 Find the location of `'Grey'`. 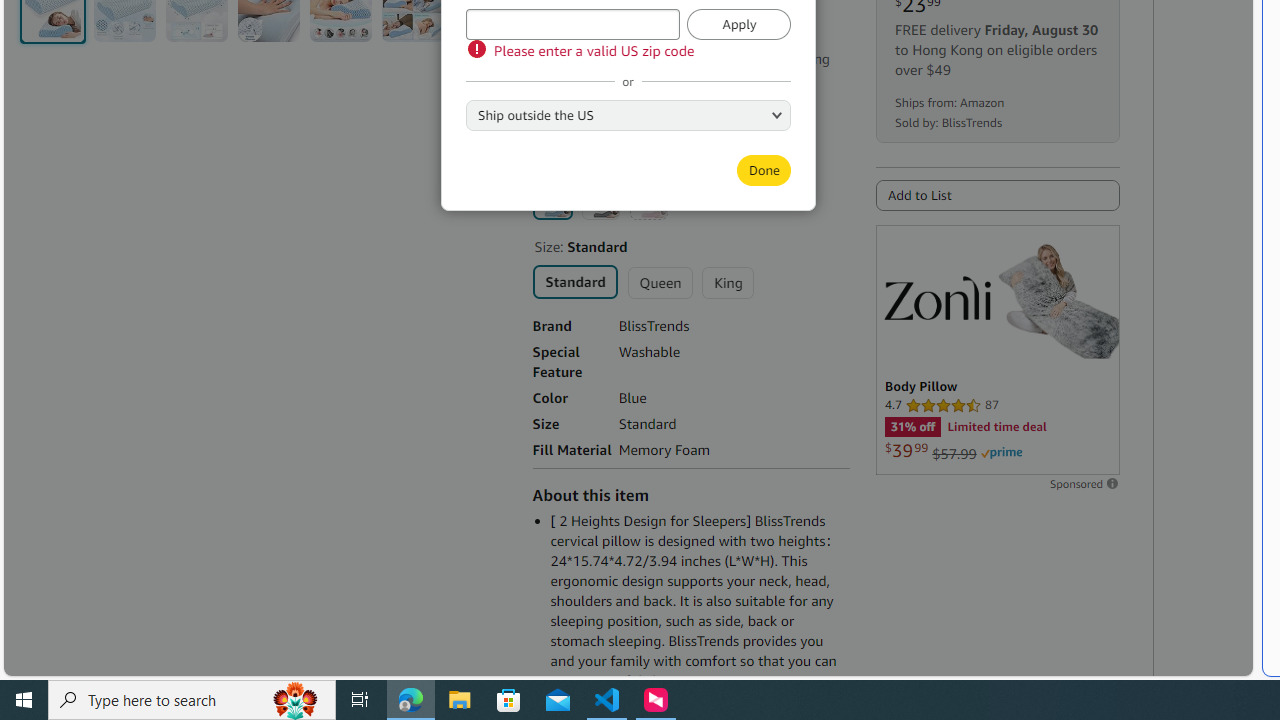

'Grey' is located at coordinates (599, 200).